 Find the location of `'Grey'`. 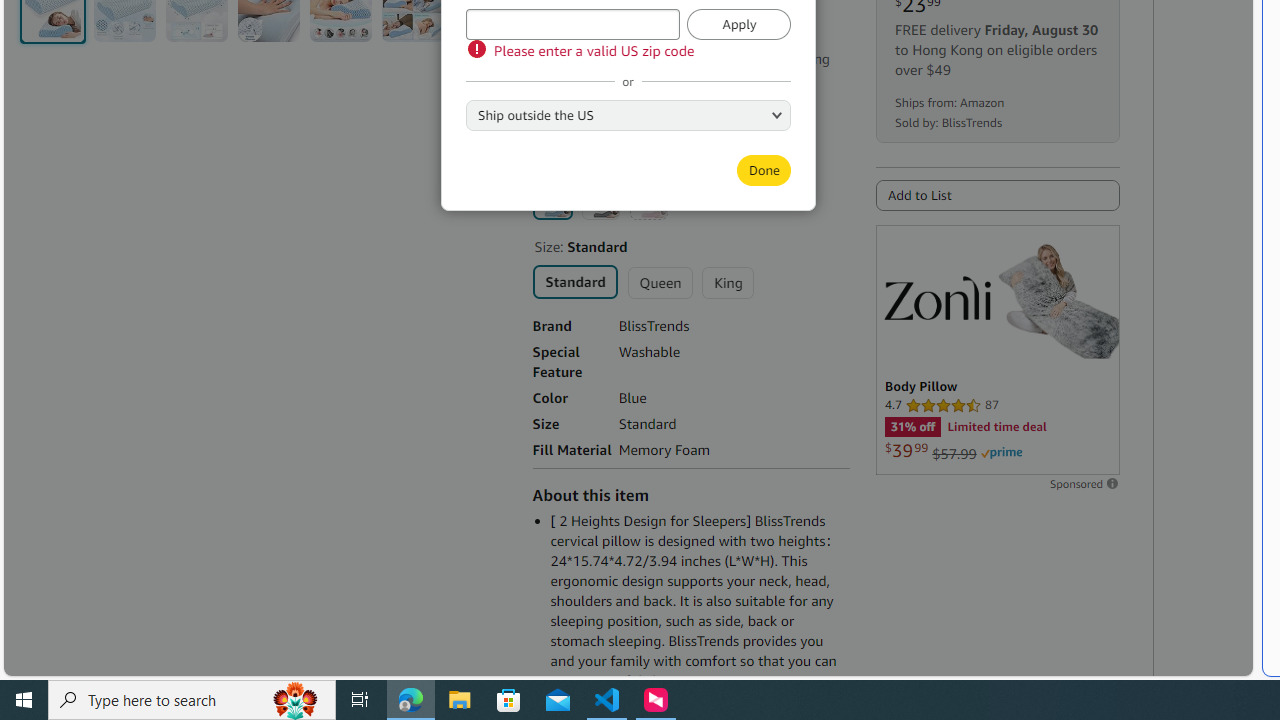

'Grey' is located at coordinates (599, 200).